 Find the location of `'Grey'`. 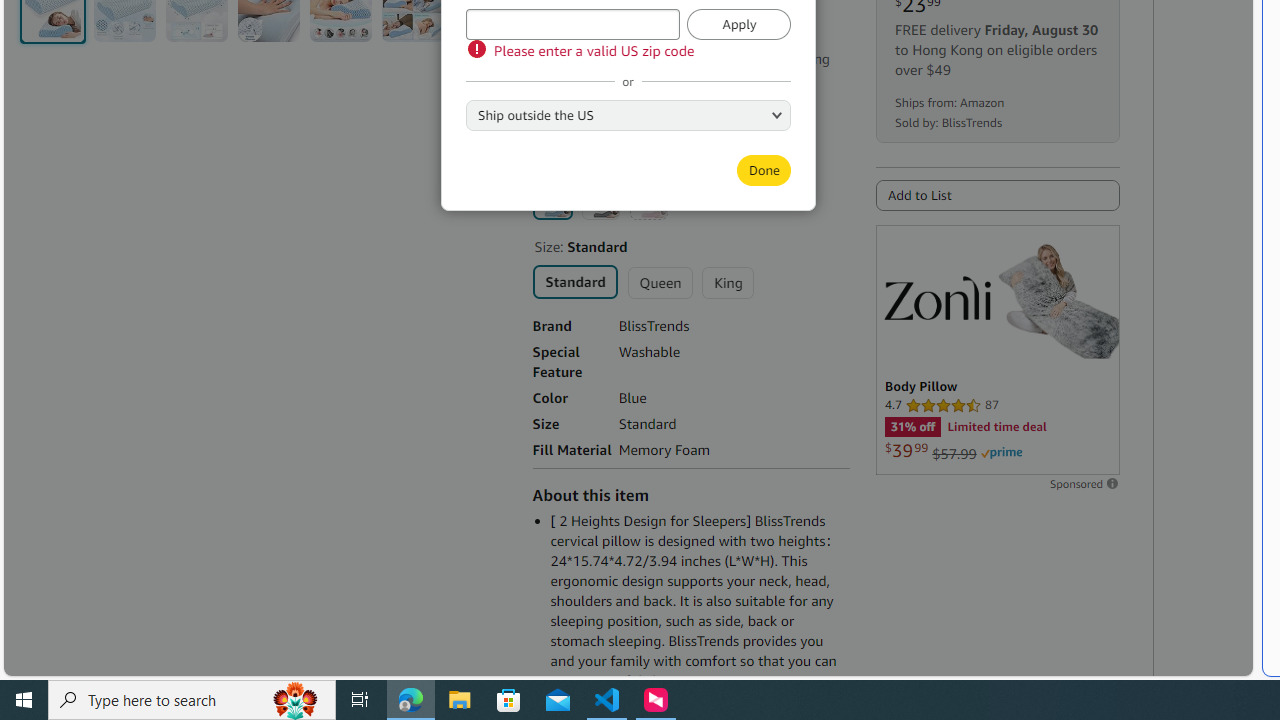

'Grey' is located at coordinates (599, 200).